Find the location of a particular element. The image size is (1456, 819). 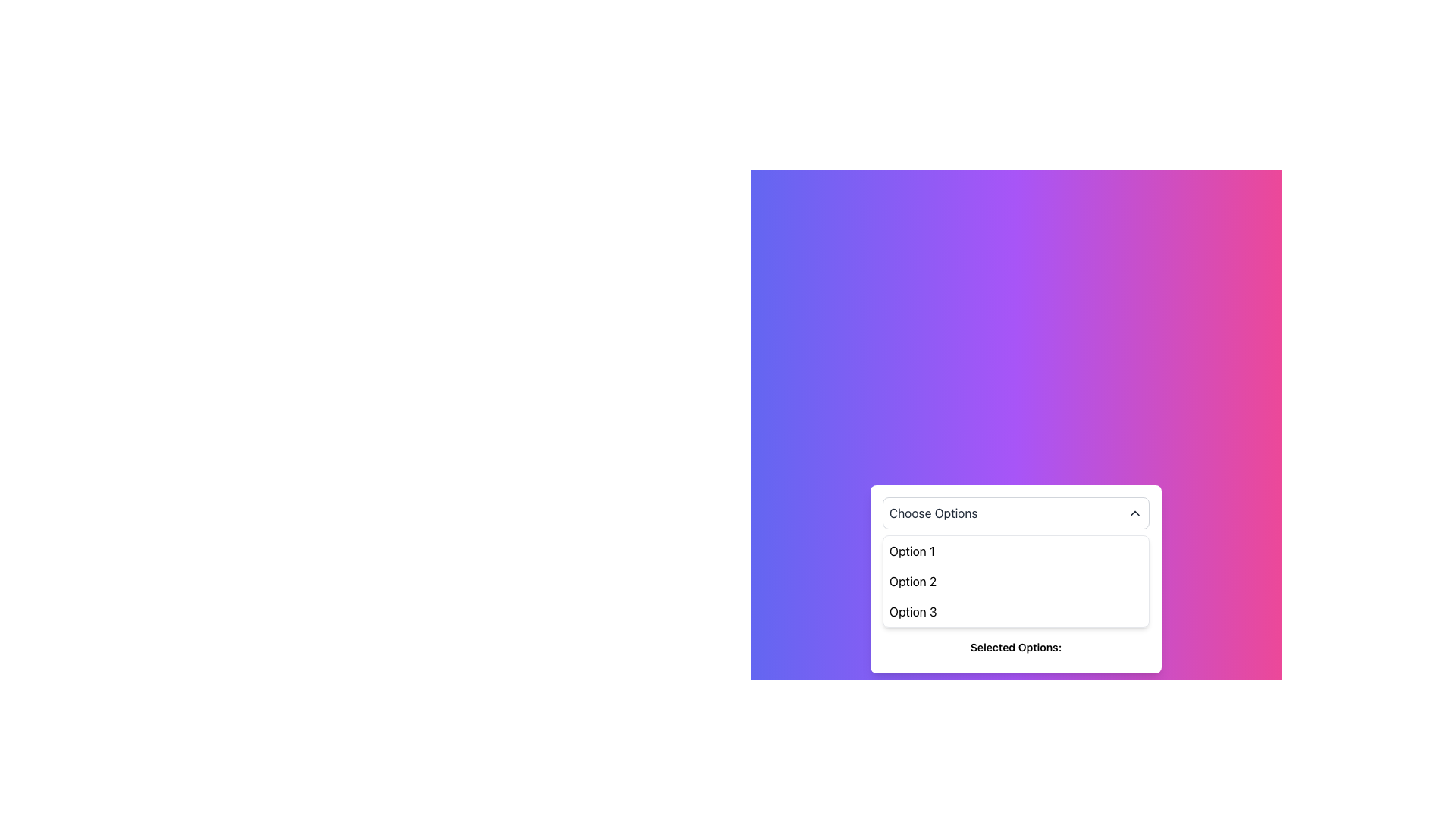

the static text label that indicates the currently selected option in the dropdown menu, located at the top-left area of the dropdown's header section is located at coordinates (933, 513).